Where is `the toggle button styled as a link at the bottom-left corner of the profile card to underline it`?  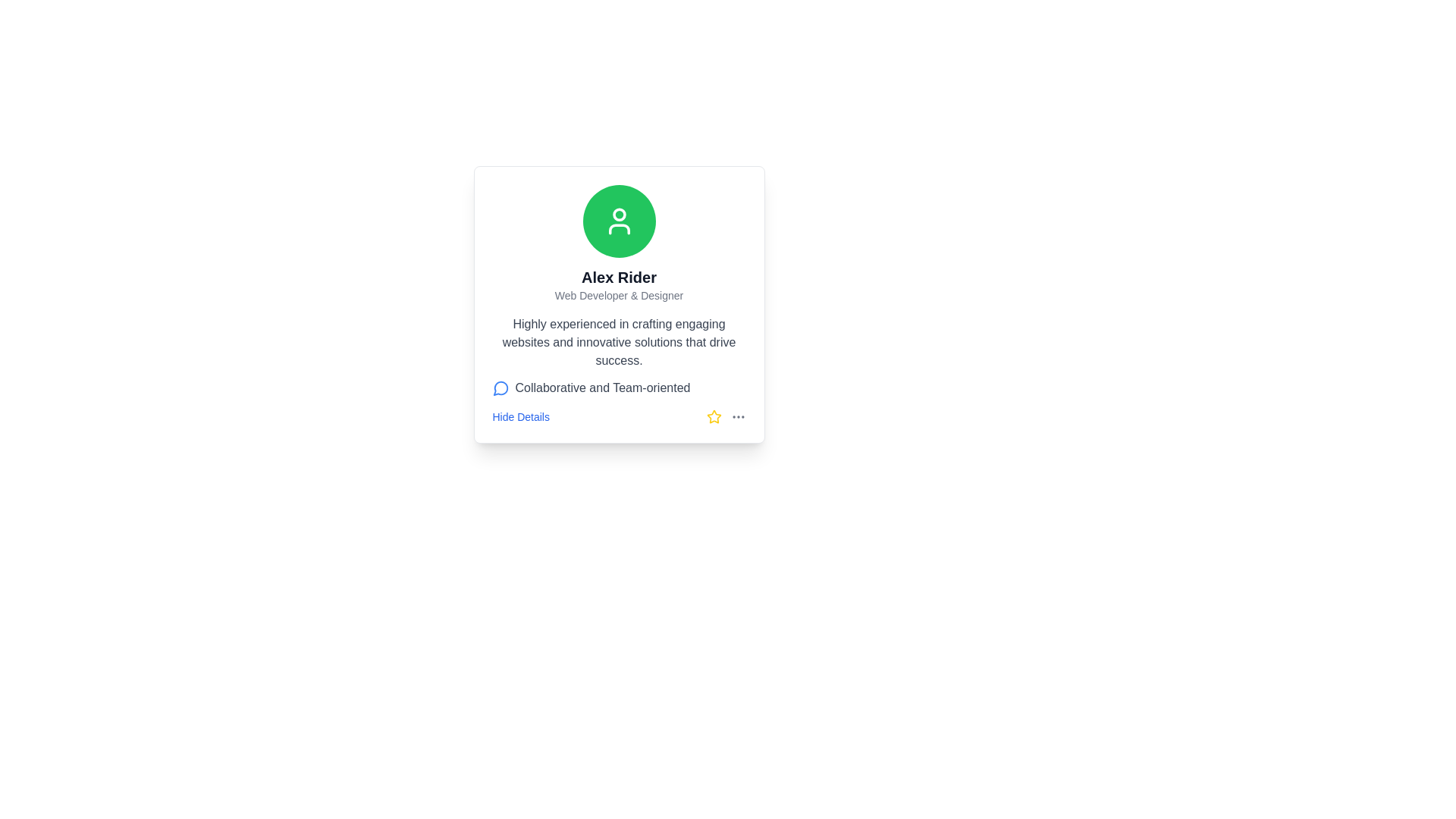
the toggle button styled as a link at the bottom-left corner of the profile card to underline it is located at coordinates (521, 417).